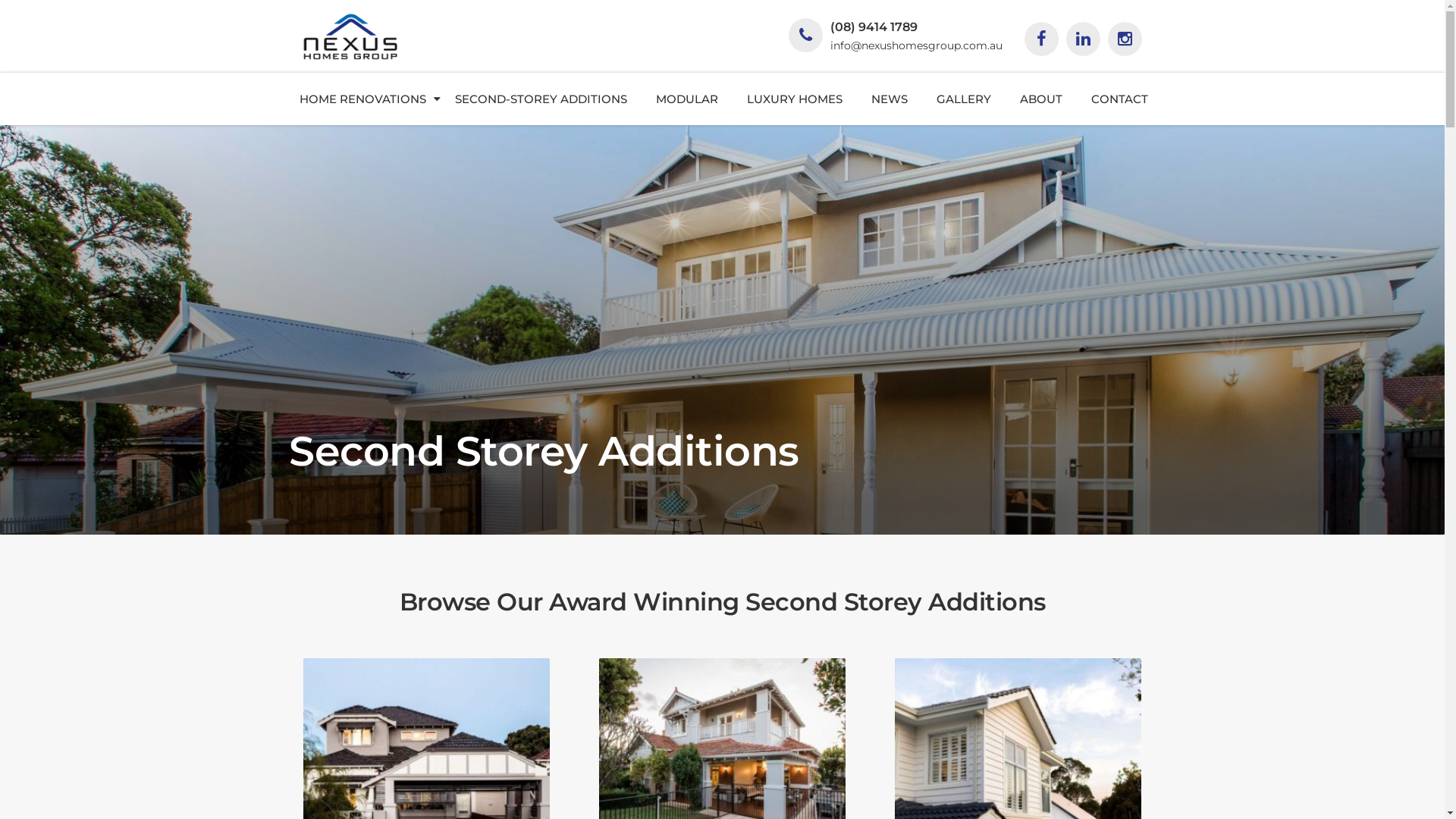  I want to click on 'CONTACT', so click(1119, 99).